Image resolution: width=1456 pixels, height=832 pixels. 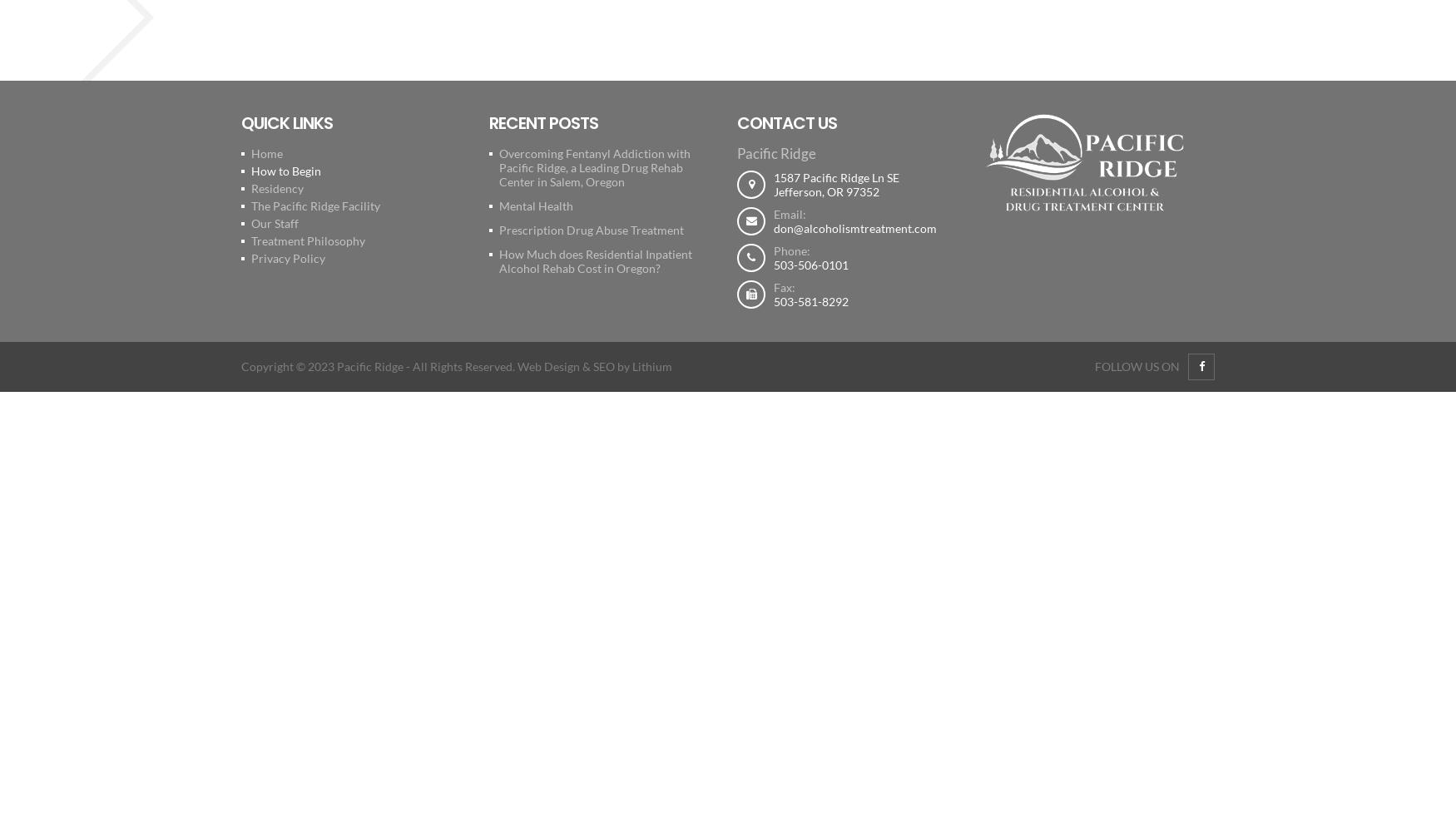 I want to click on '1587 Pacific Ridge Ln SE', so click(x=835, y=176).